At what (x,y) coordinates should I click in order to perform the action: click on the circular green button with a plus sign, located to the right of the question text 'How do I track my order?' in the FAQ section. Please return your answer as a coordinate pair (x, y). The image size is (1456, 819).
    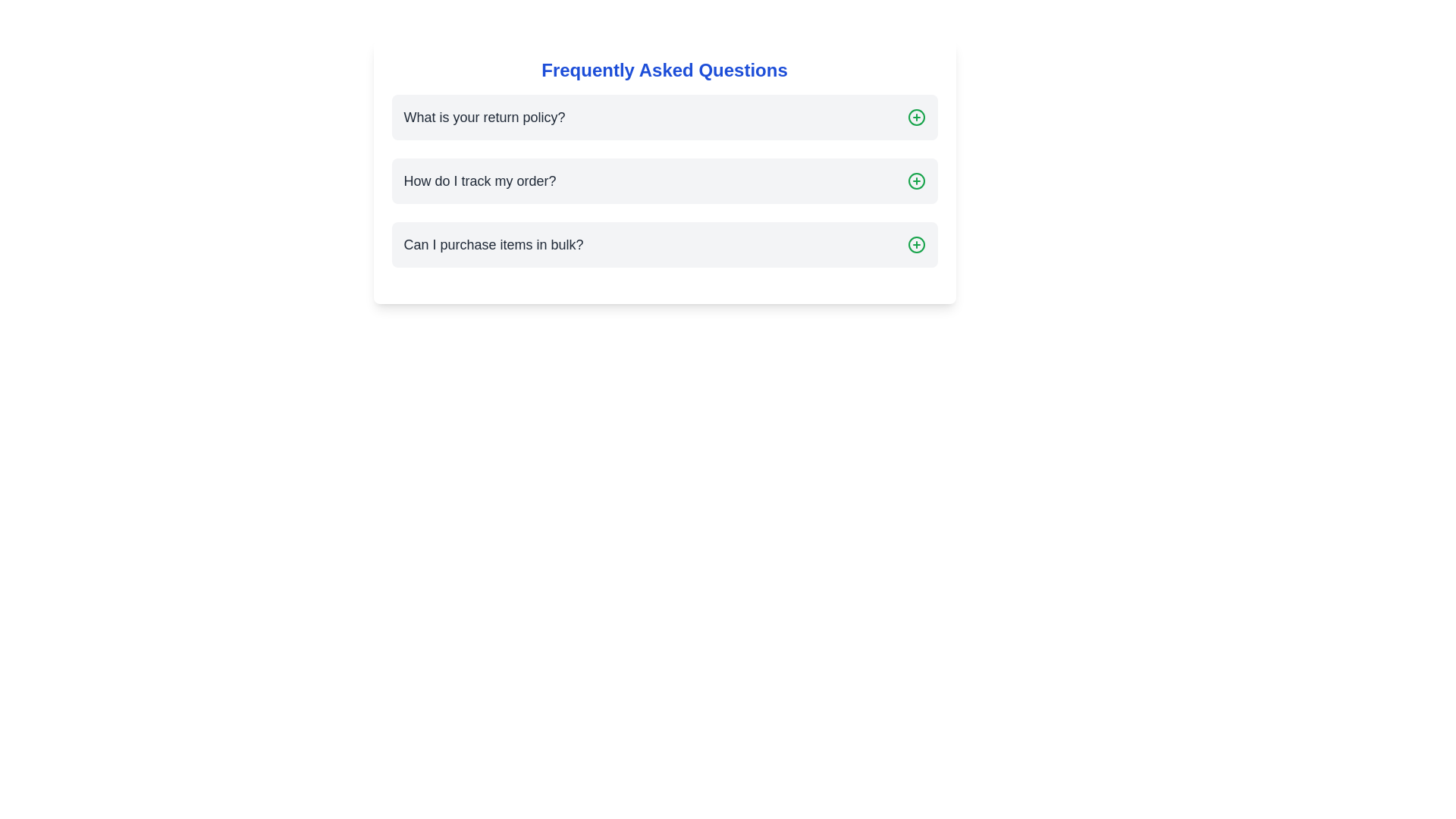
    Looking at the image, I should click on (915, 180).